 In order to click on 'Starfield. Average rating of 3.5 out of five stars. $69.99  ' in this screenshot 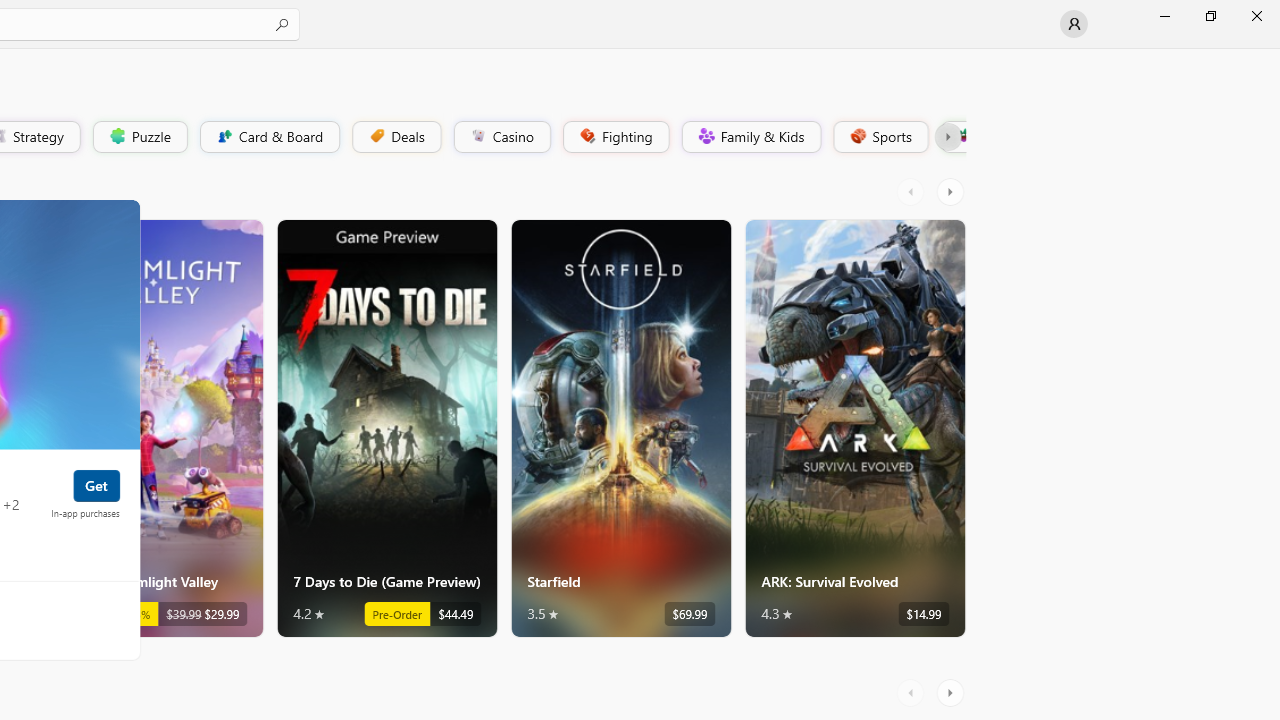, I will do `click(619, 427)`.